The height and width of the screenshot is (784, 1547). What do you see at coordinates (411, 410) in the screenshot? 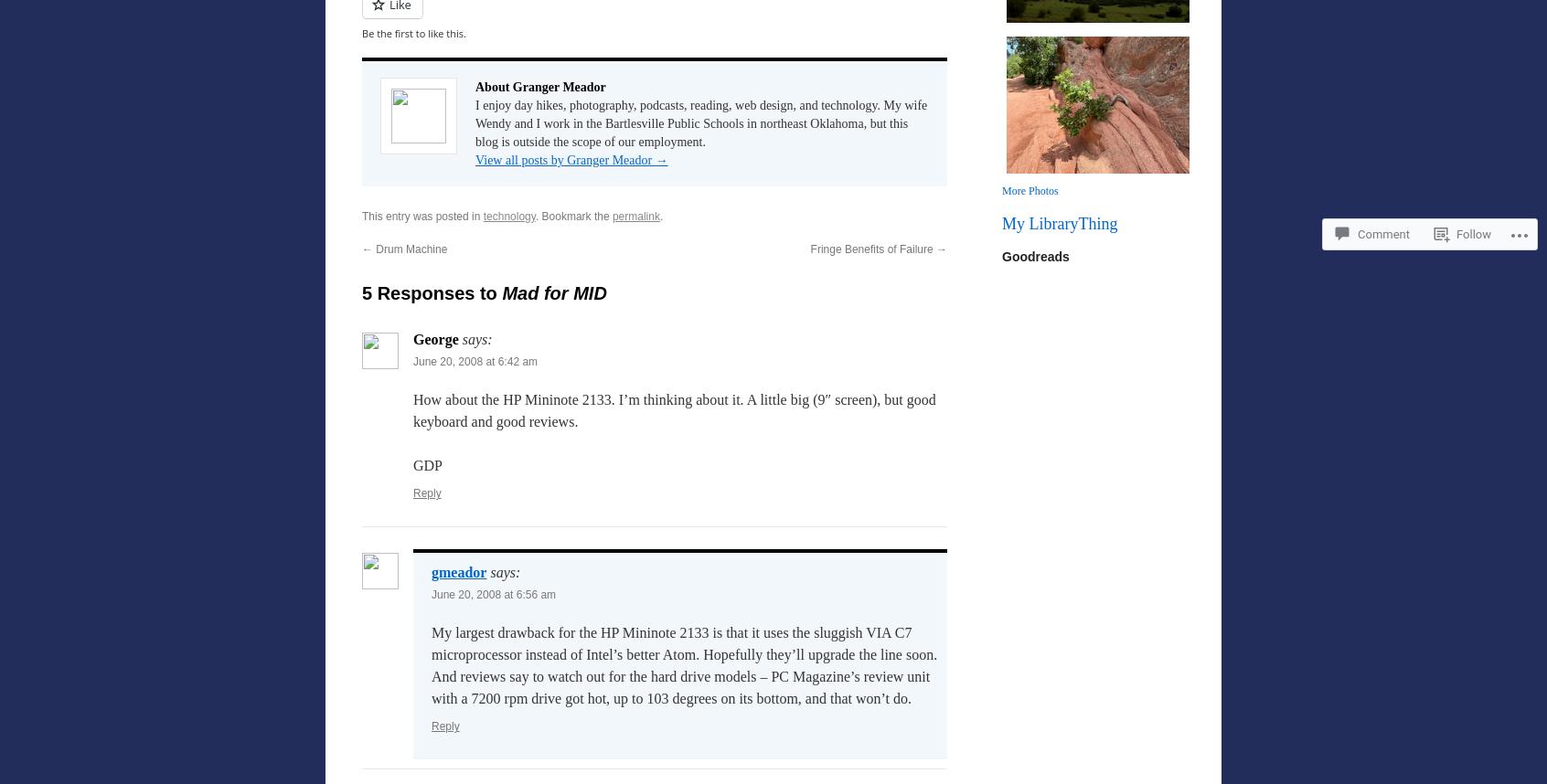
I see `'How about the HP Mininote 2133.  I’m thinking about it.  A little big  (9″ screen), but good keyboard and good reviews.'` at bounding box center [411, 410].